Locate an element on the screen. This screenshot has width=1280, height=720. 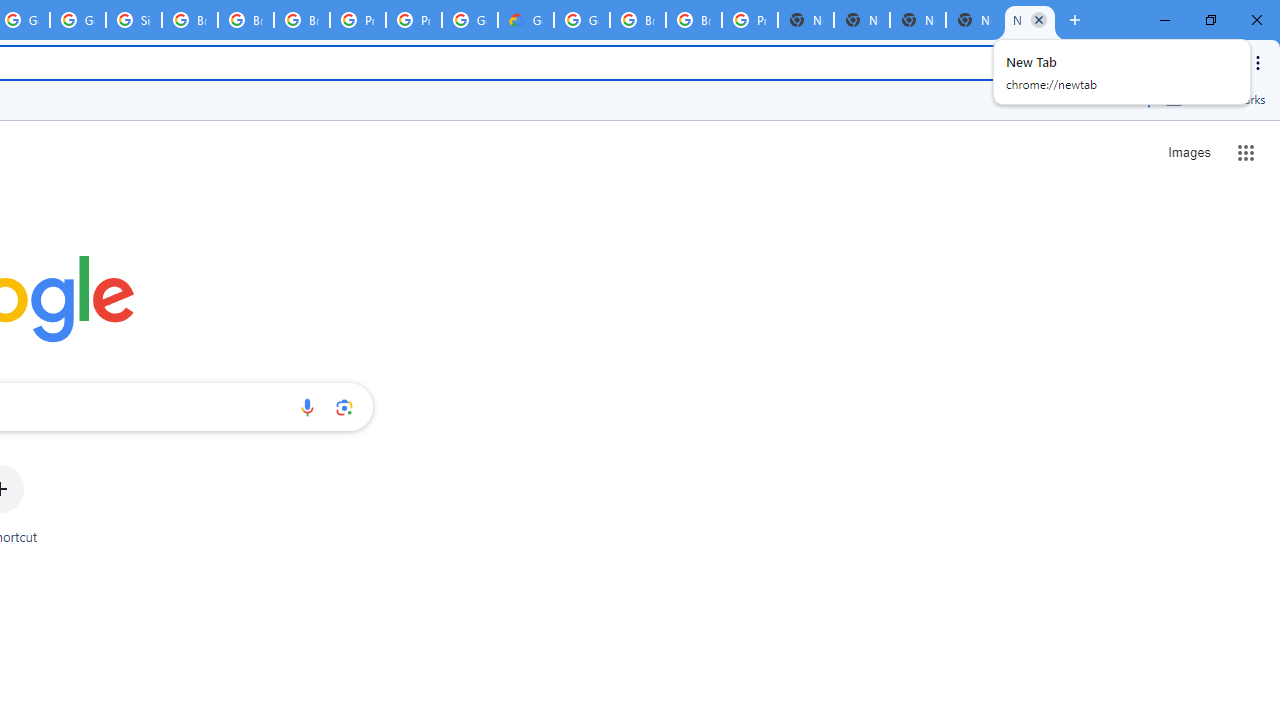
'Browse Chrome as a guest - Computer - Google Chrome Help' is located at coordinates (190, 20).